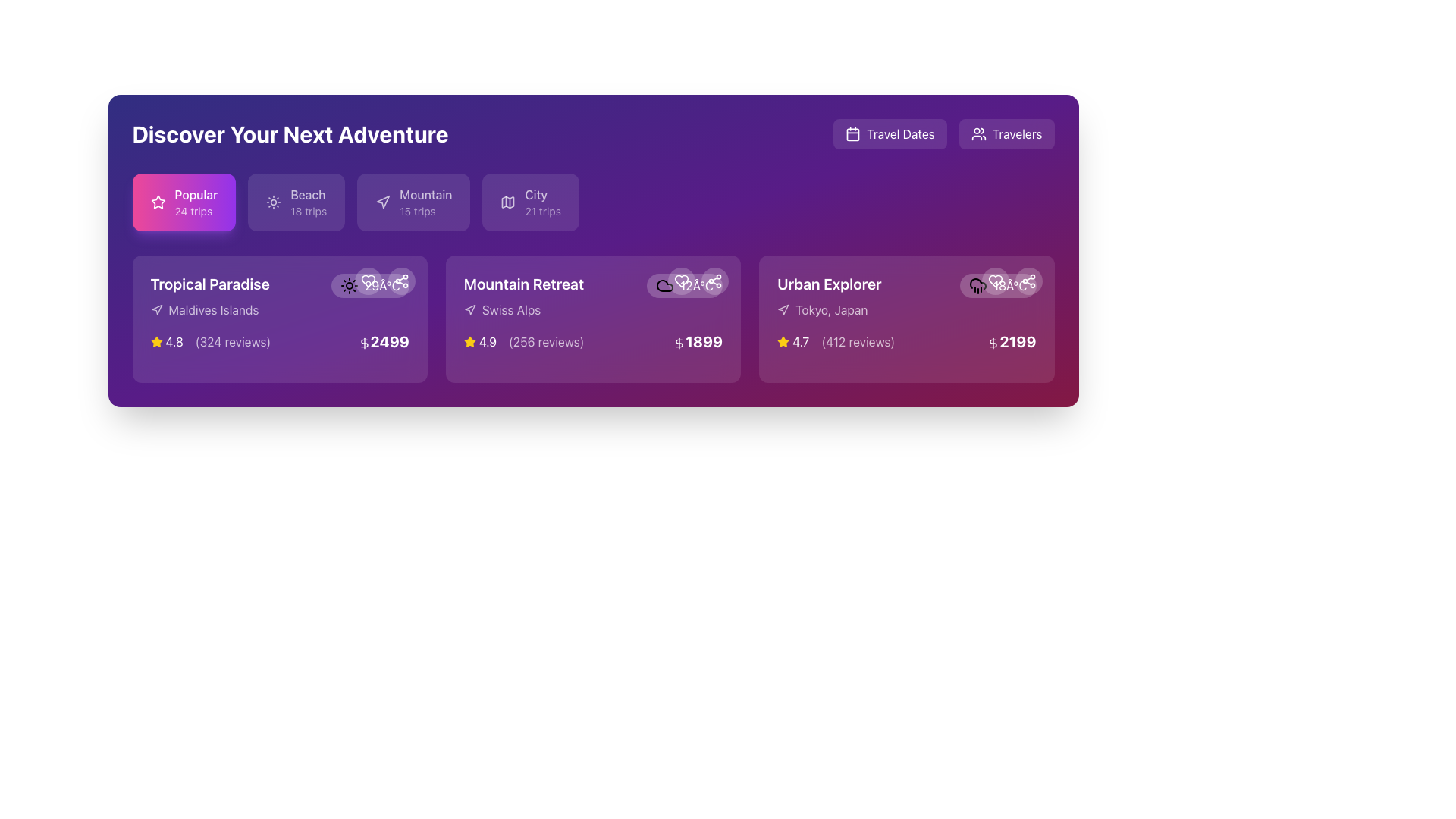 The height and width of the screenshot is (819, 1456). Describe the element at coordinates (524, 284) in the screenshot. I see `the text label reading 'Mountain Retreat', which is prominently styled in bold white font and serves as a heading for the card above 'Swiss Alps'` at that location.